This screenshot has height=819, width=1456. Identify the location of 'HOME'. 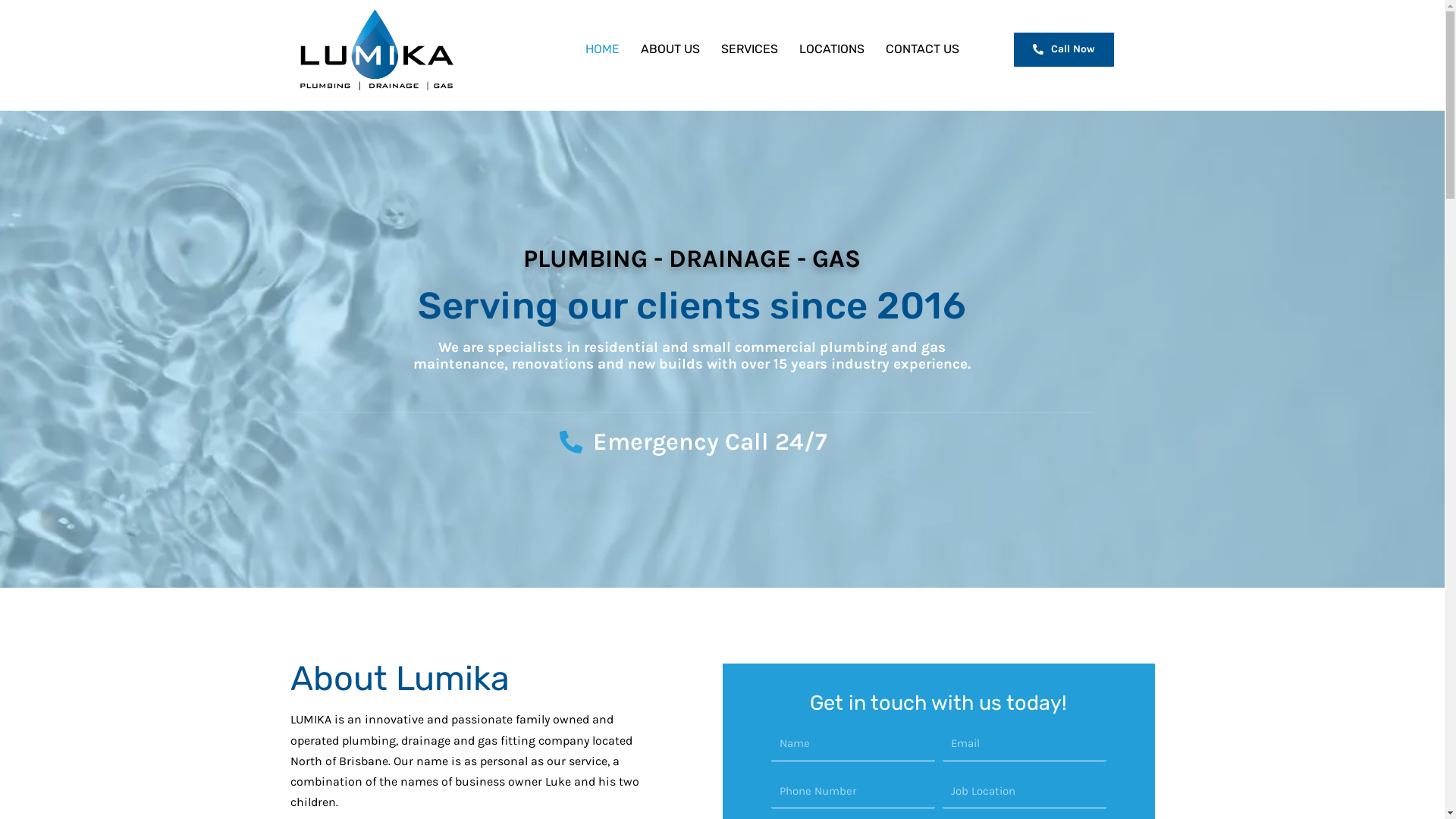
(601, 49).